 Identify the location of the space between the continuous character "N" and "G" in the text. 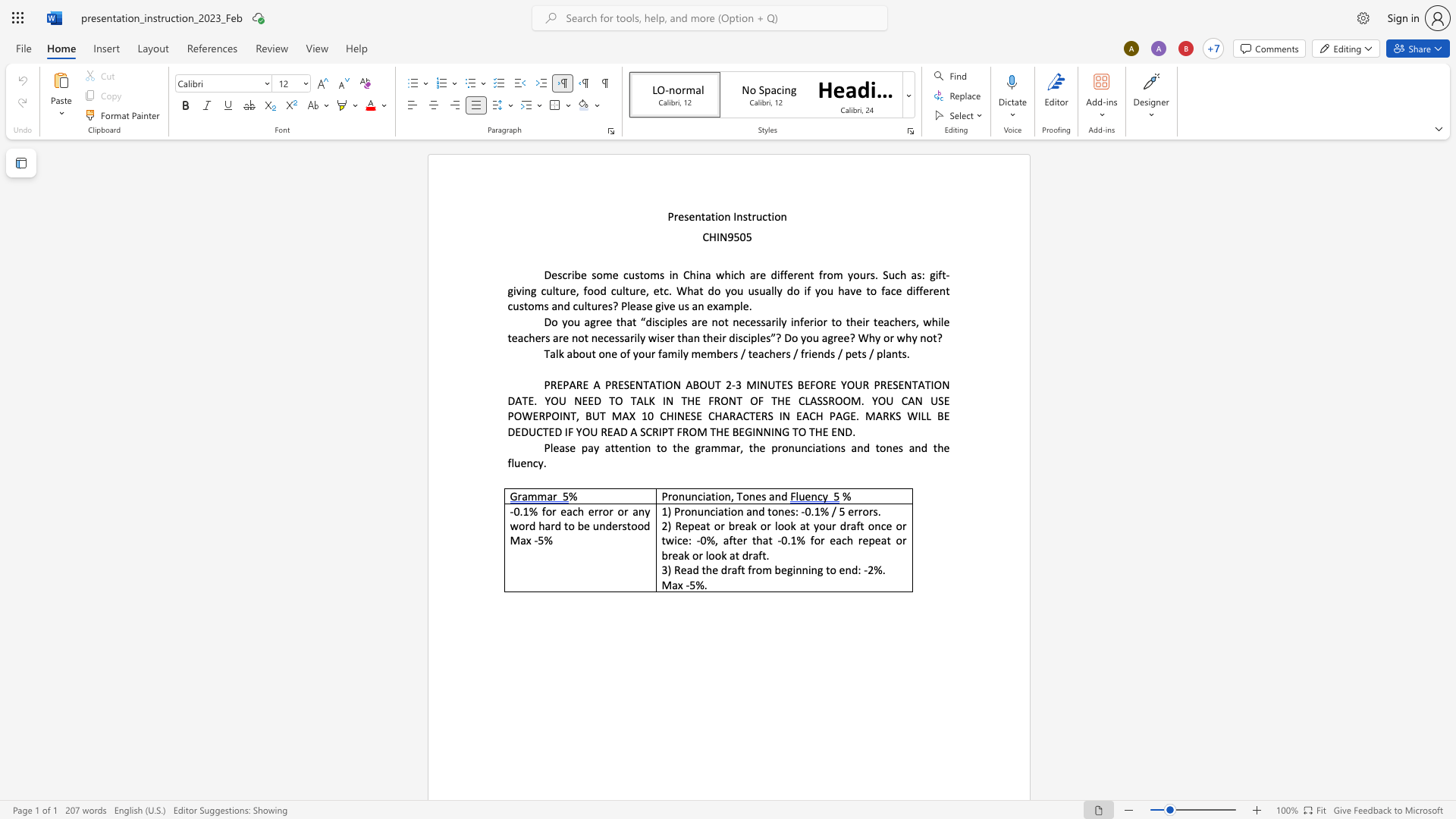
(782, 431).